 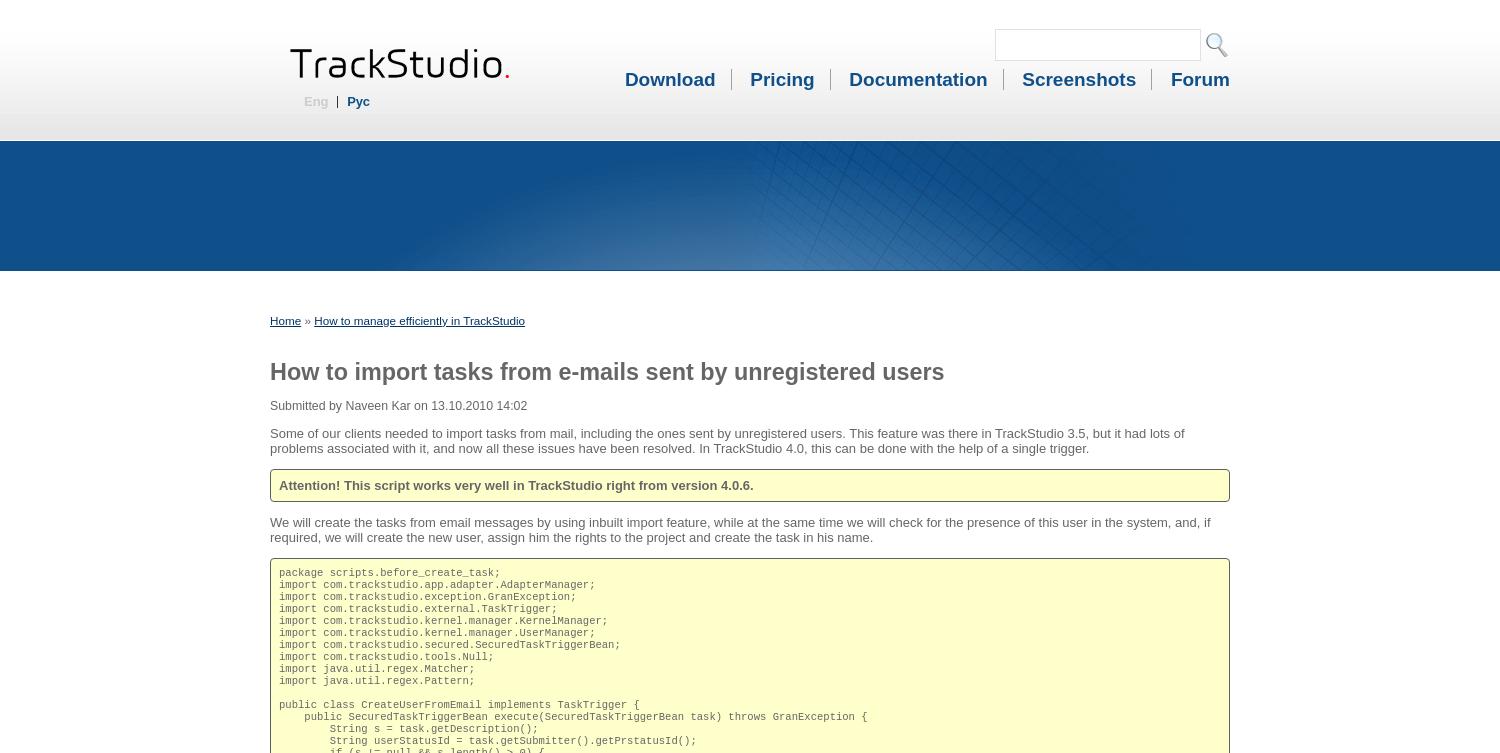 I want to click on 'Some of our clients needed to import tasks from mail, including the ones sent by unregistered users. This feature was there in TrackStudio 3.5, but it had lots of problems associated with it, and now all these issues have been resolved. In TrackStudio 4.0, this can be done with the help of a single trigger.', so click(x=726, y=438).